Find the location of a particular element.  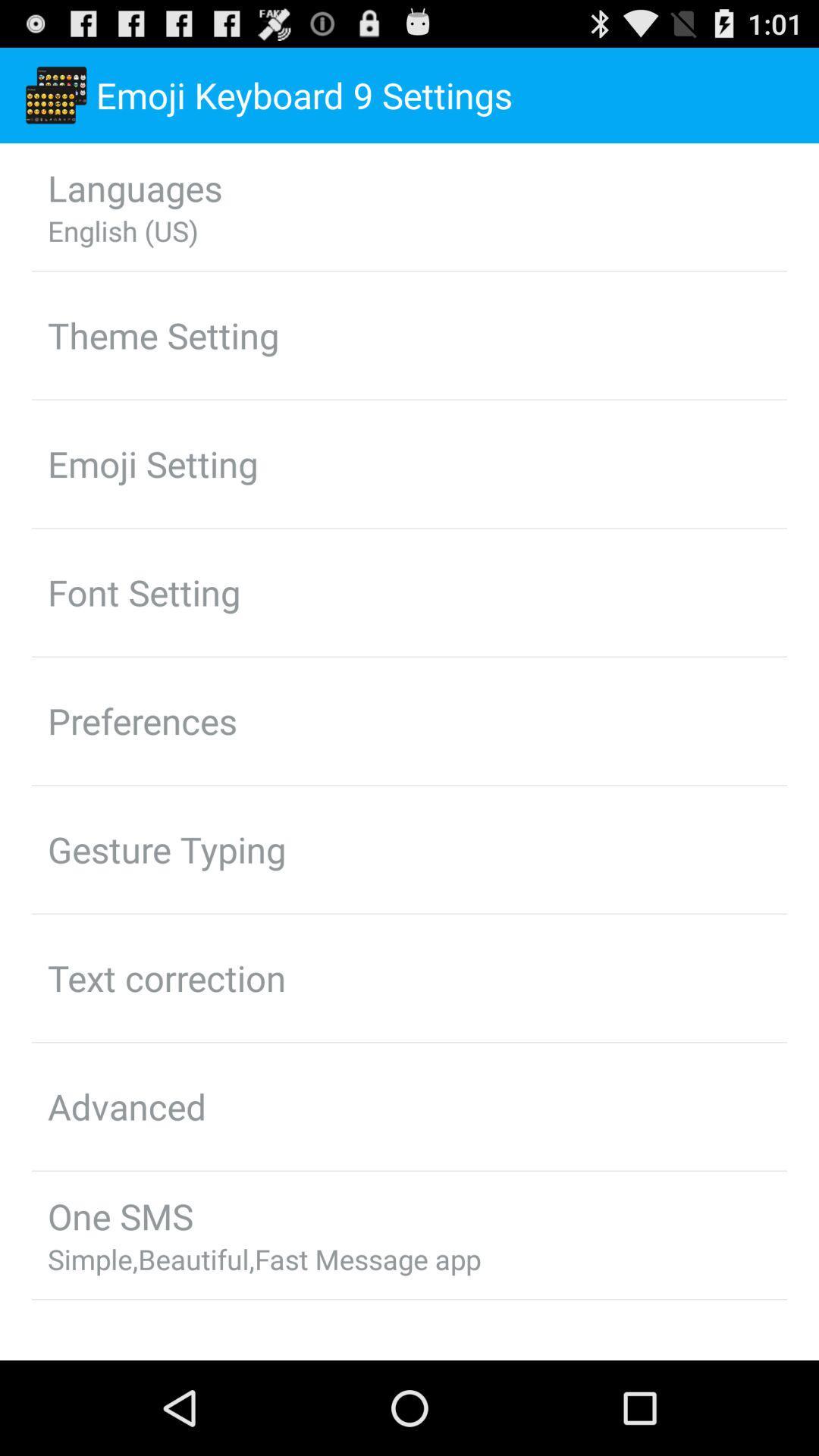

icon above emoji setting icon is located at coordinates (163, 334).